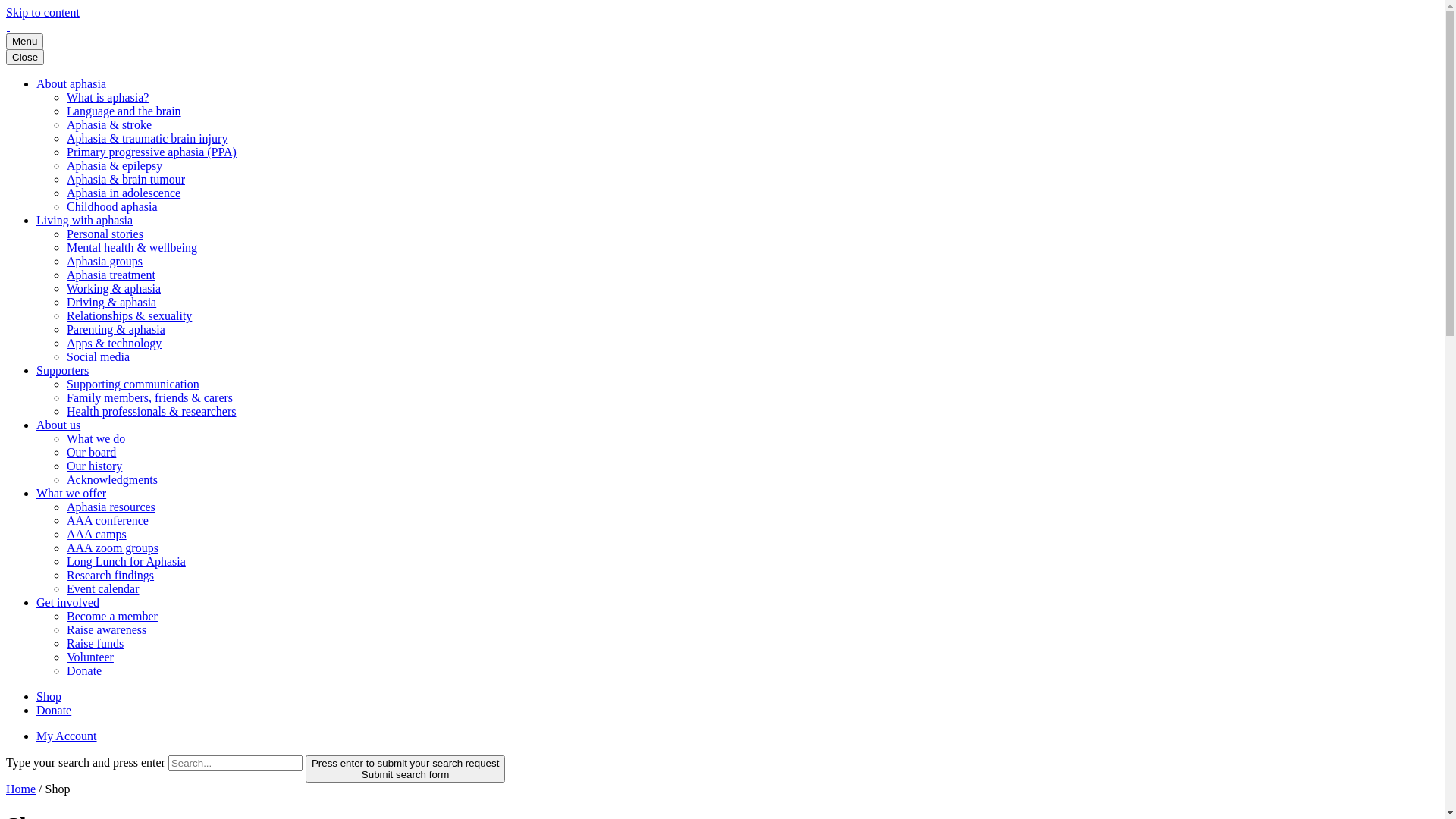 This screenshot has height=819, width=1456. I want to click on 'Event calendar', so click(102, 588).